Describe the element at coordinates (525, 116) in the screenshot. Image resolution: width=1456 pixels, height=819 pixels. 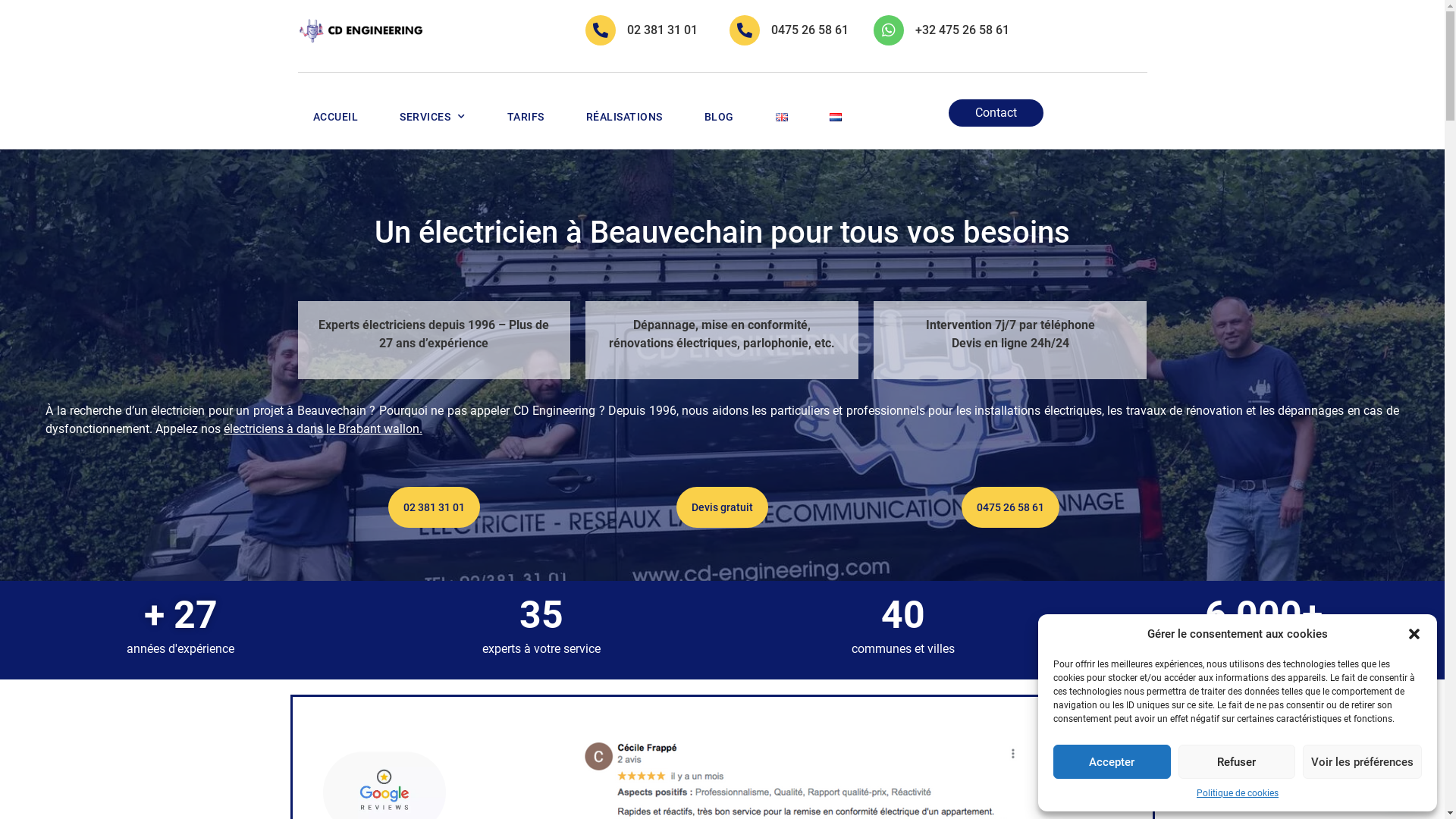
I see `'TARIFS'` at that location.